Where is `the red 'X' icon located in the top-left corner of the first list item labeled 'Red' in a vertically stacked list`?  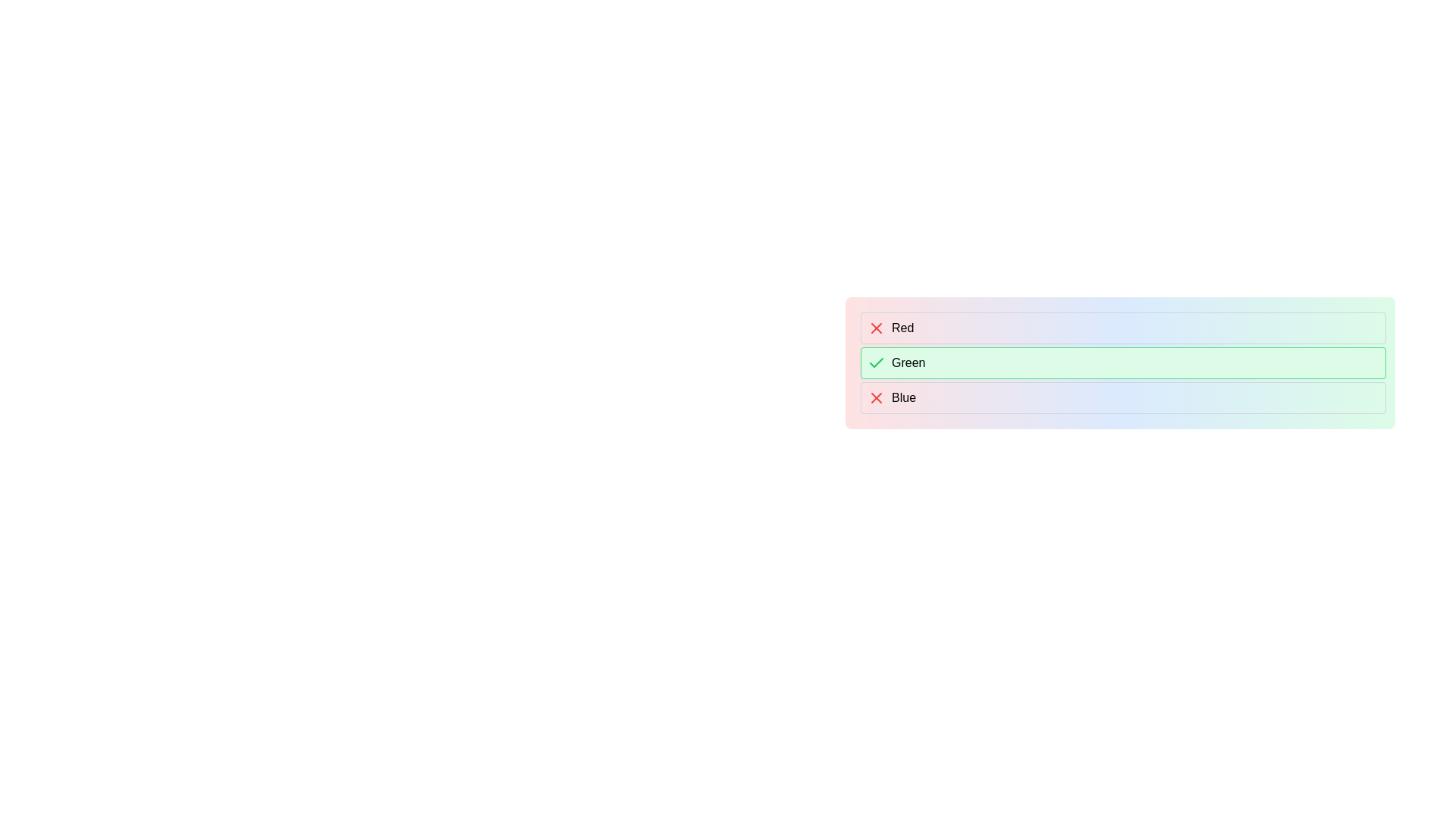
the red 'X' icon located in the top-left corner of the first list item labeled 'Red' in a vertically stacked list is located at coordinates (877, 397).